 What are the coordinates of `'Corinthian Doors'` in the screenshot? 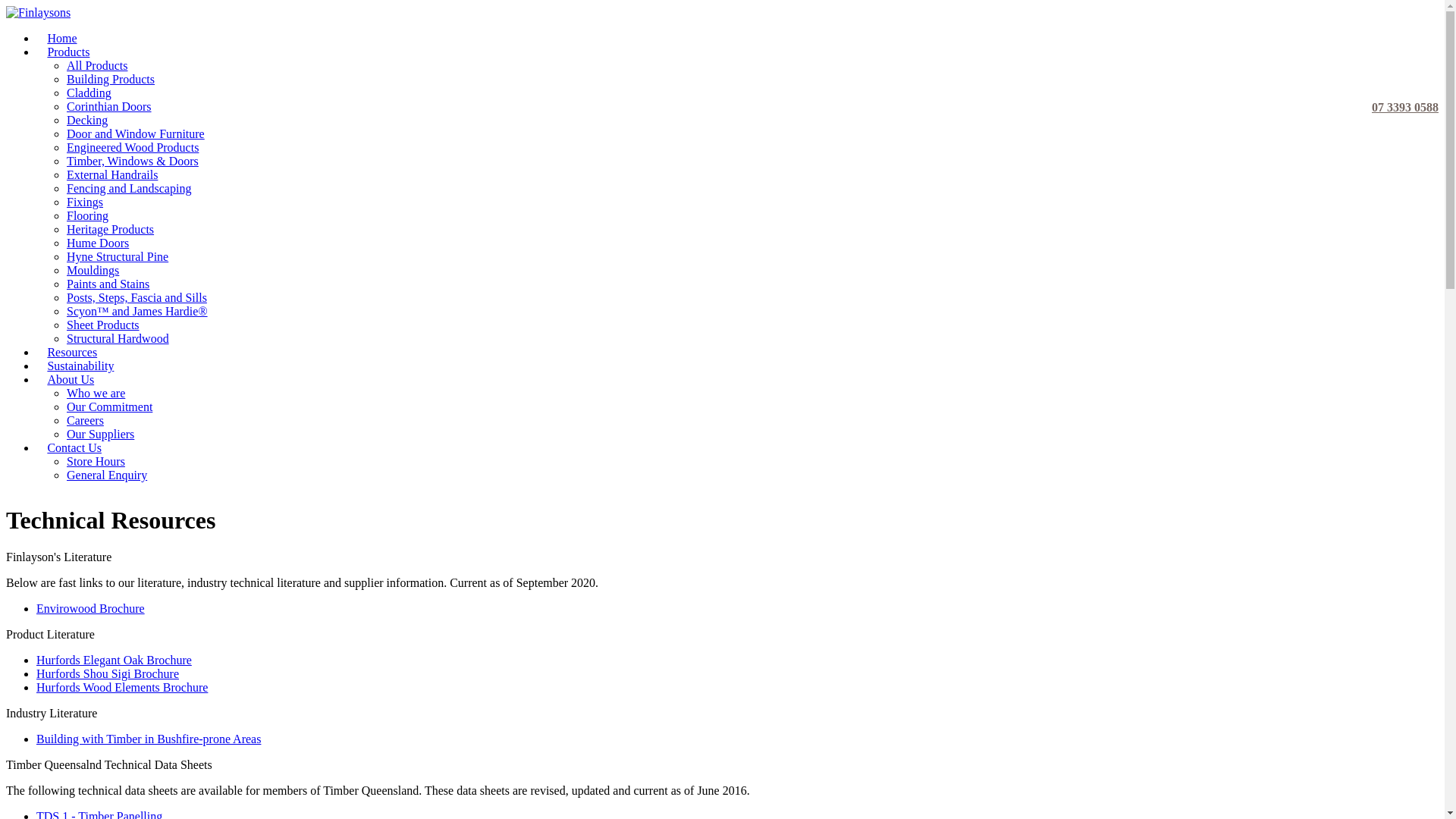 It's located at (65, 105).